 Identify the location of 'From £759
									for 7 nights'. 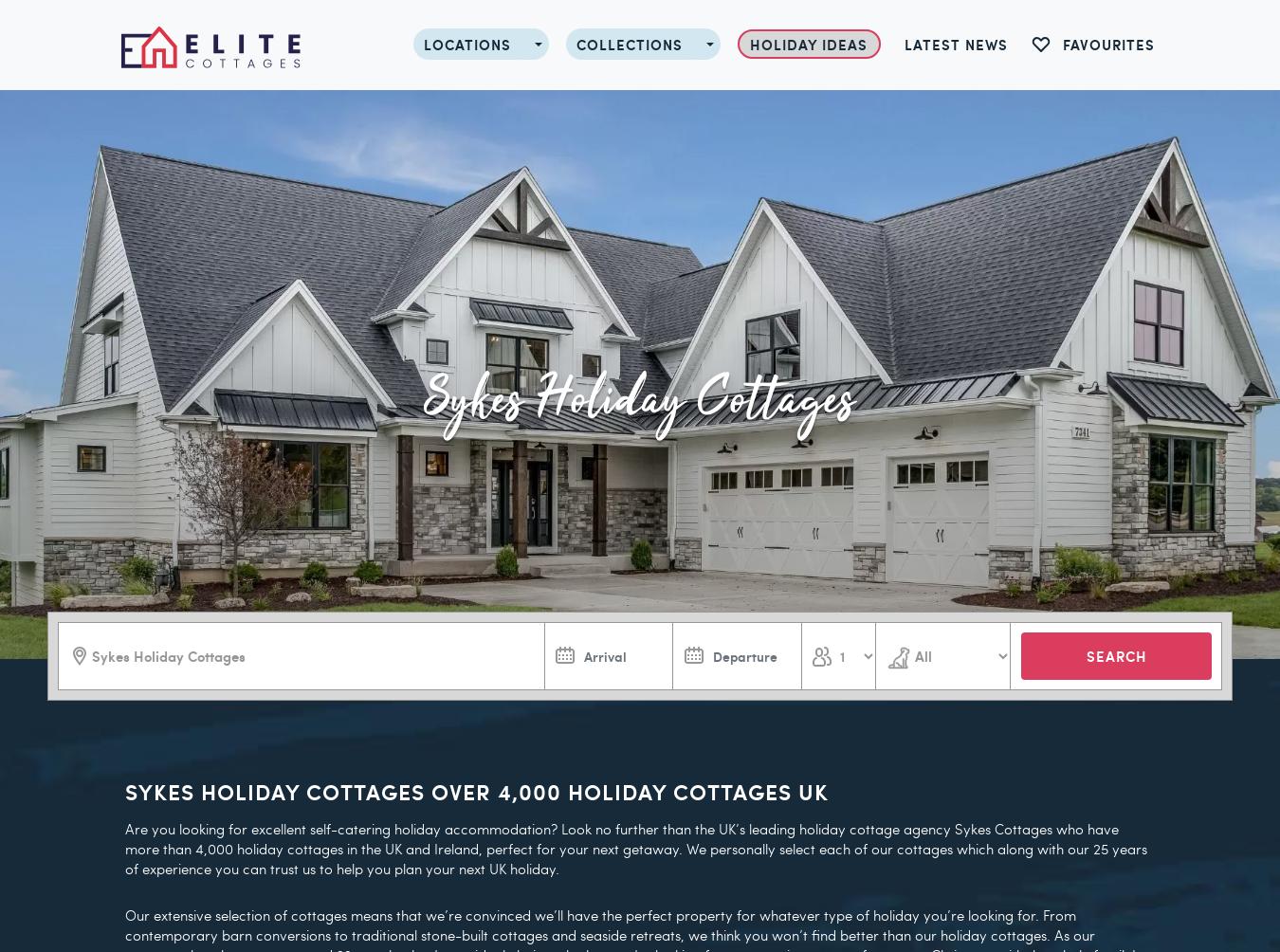
(997, 38).